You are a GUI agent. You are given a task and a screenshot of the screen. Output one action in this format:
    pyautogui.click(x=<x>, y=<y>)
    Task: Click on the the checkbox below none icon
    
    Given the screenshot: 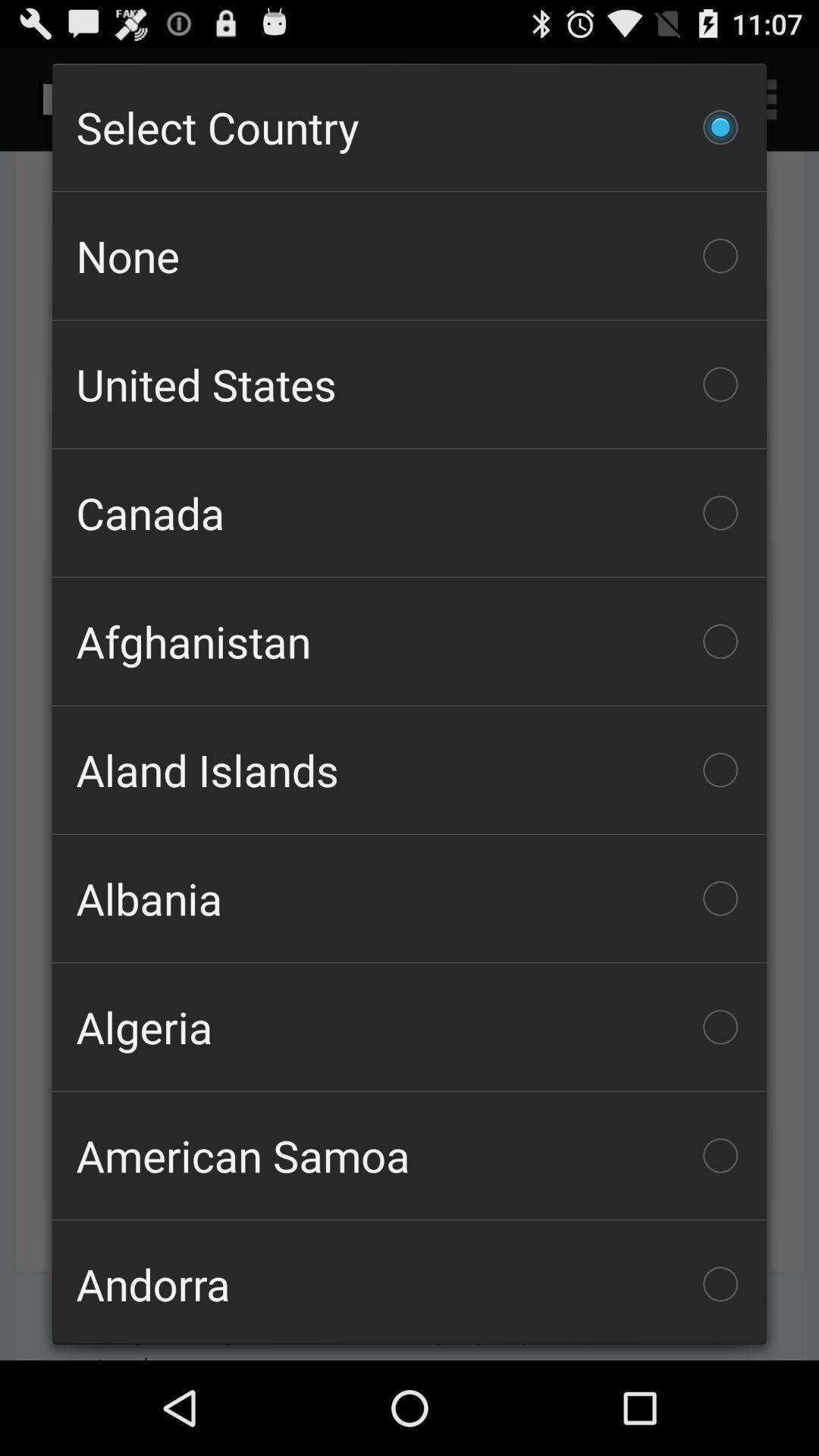 What is the action you would take?
    pyautogui.click(x=409, y=384)
    